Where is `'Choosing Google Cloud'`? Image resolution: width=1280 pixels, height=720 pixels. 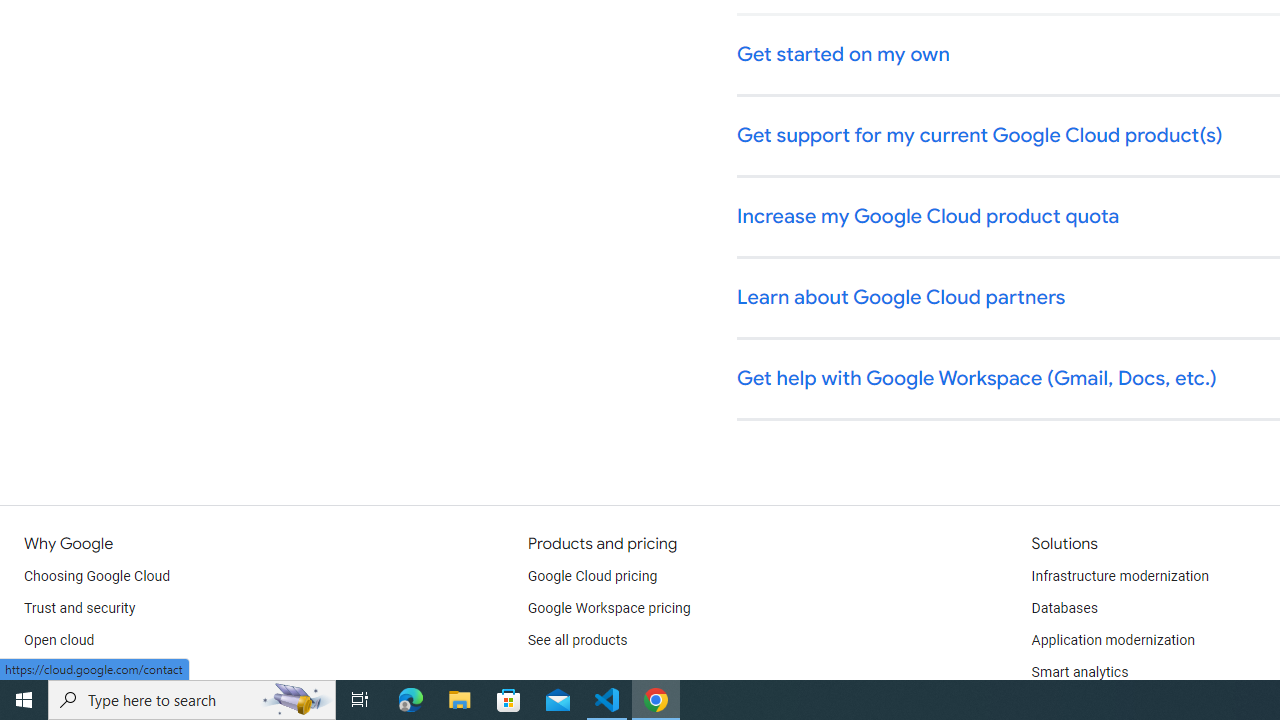
'Choosing Google Cloud' is located at coordinates (96, 577).